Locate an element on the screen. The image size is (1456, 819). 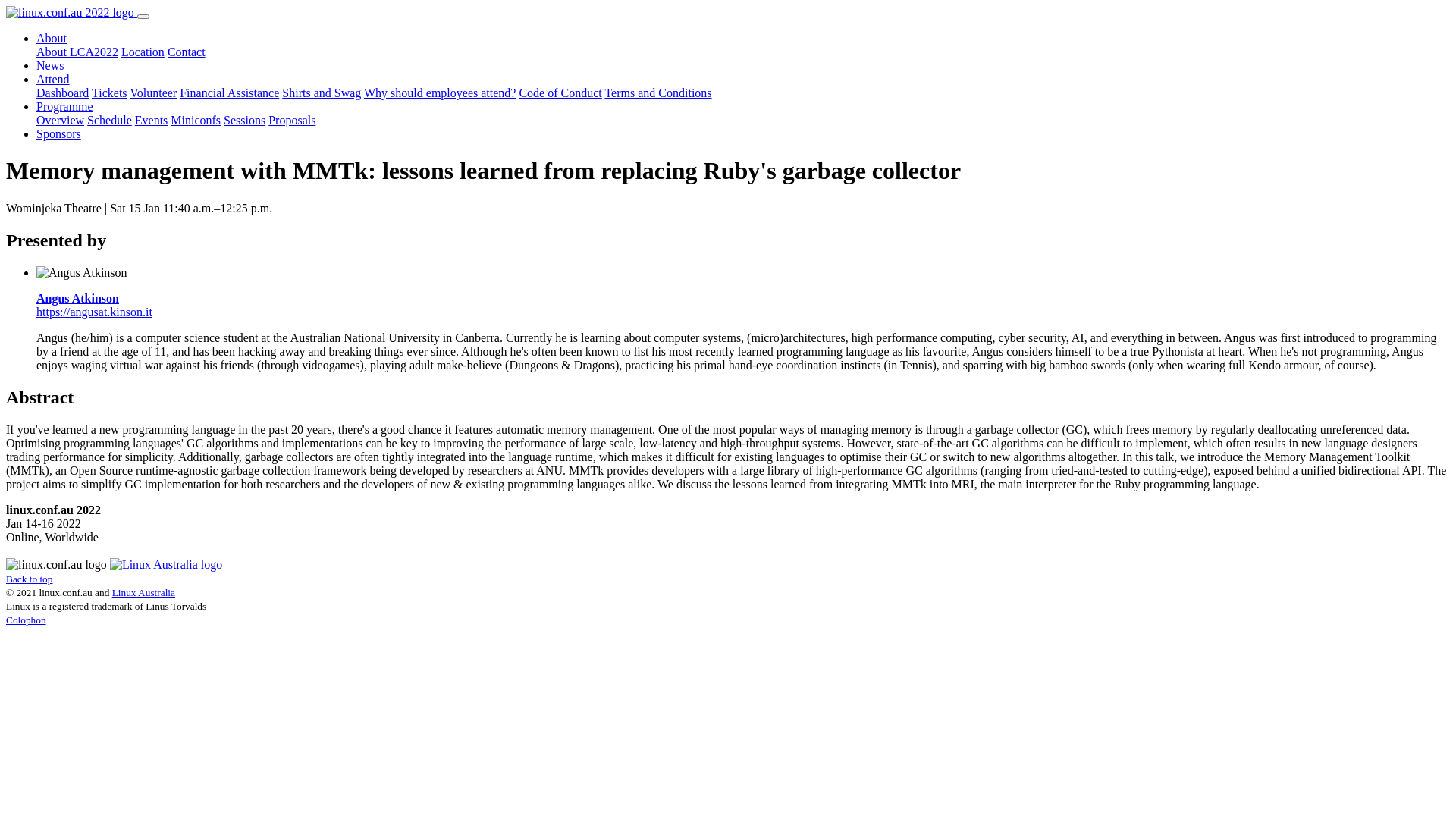
'Linux Australia' is located at coordinates (143, 591).